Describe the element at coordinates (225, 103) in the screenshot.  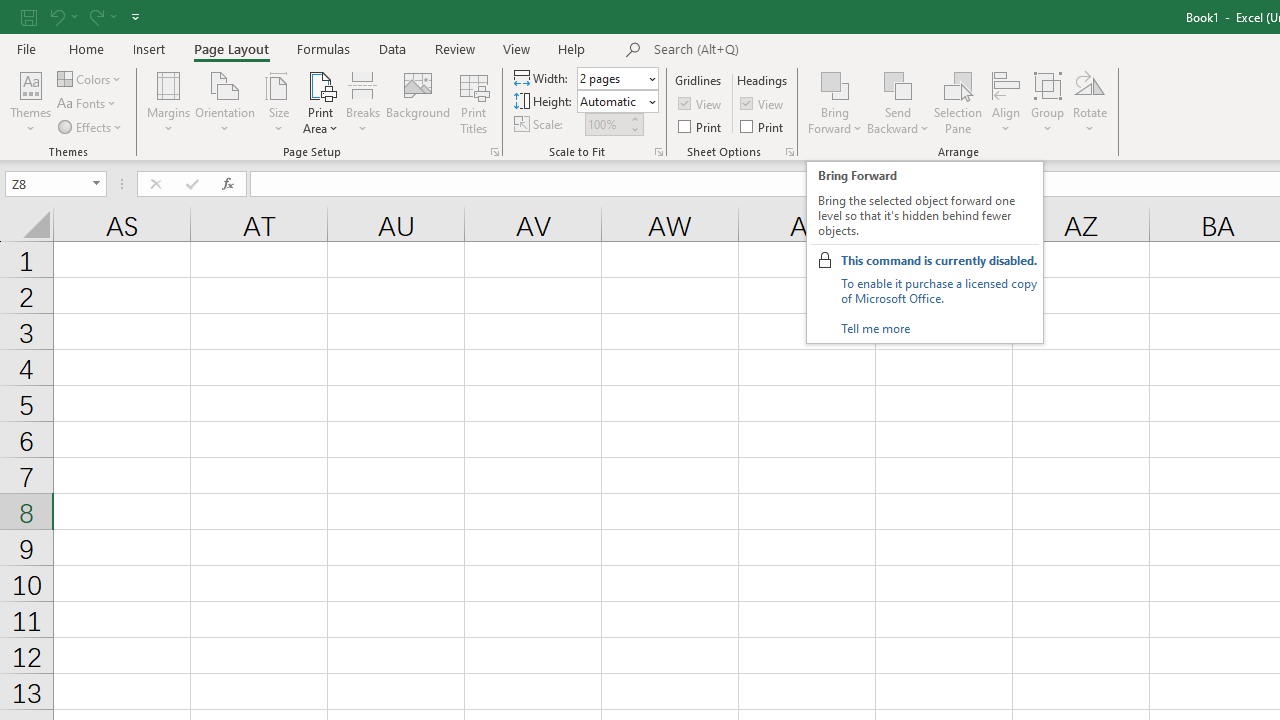
I see `'Orientation'` at that location.